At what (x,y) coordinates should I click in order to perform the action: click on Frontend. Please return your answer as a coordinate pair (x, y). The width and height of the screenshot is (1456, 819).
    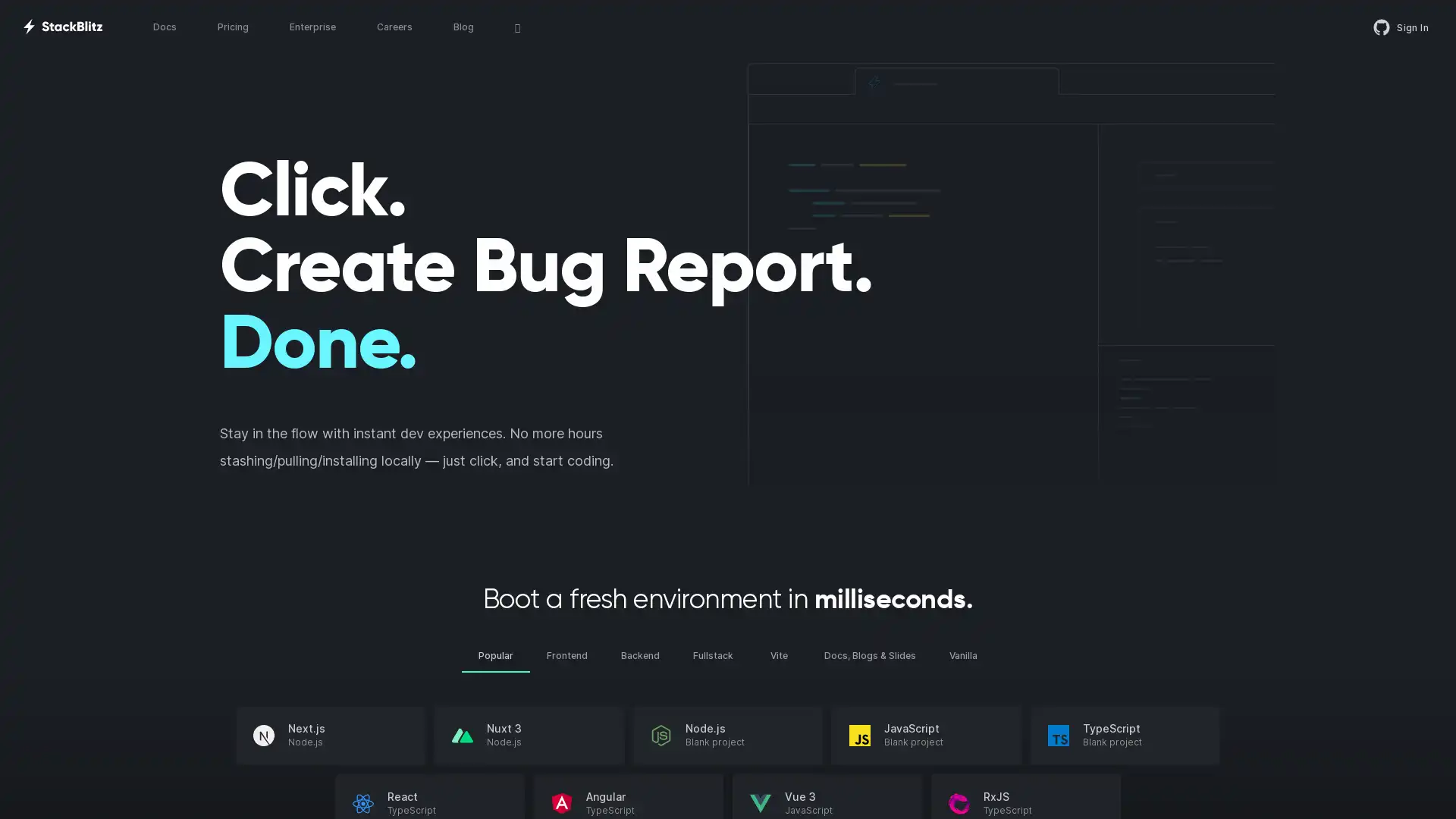
    Looking at the image, I should click on (566, 654).